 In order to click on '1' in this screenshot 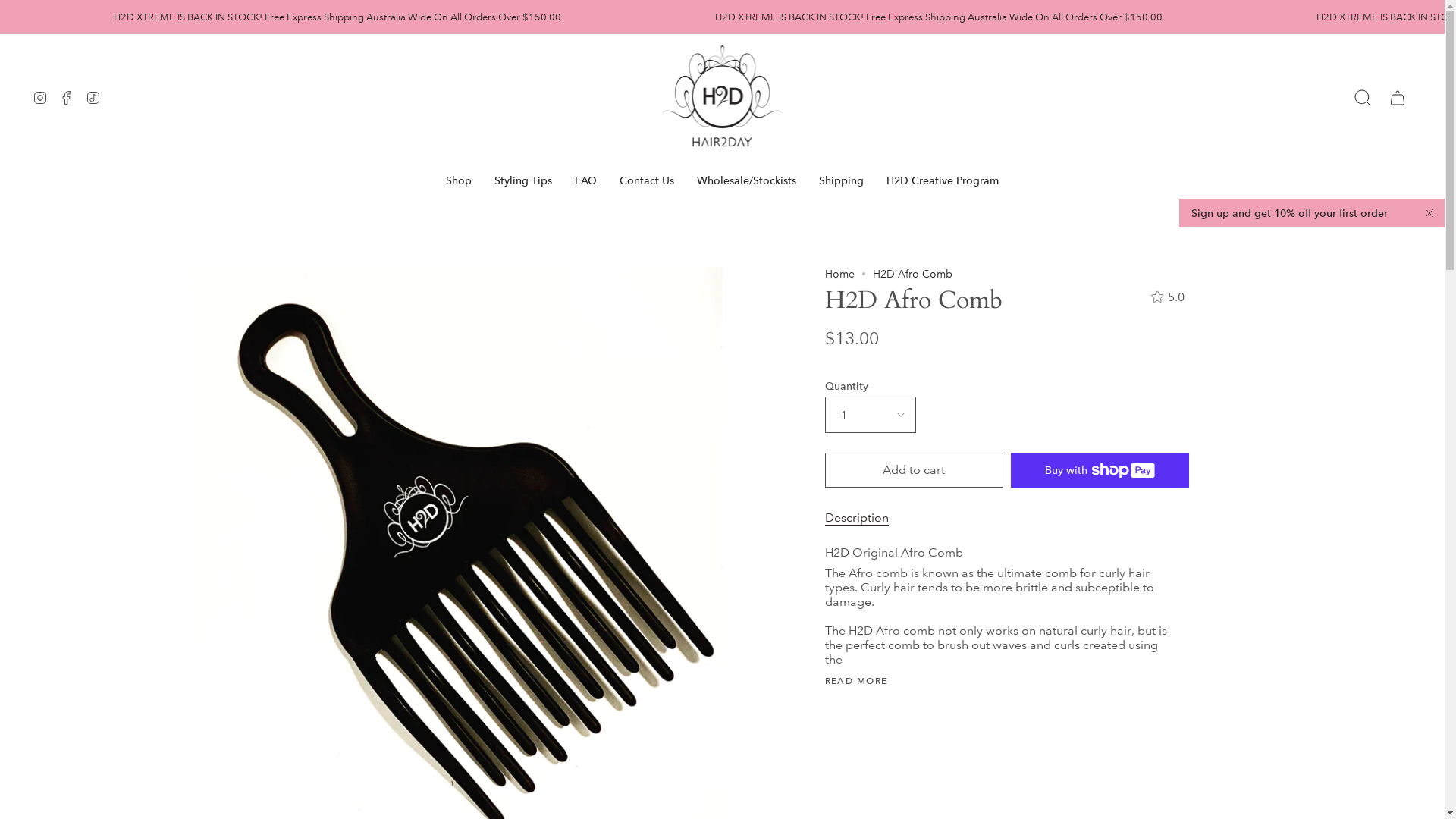, I will do `click(870, 415)`.